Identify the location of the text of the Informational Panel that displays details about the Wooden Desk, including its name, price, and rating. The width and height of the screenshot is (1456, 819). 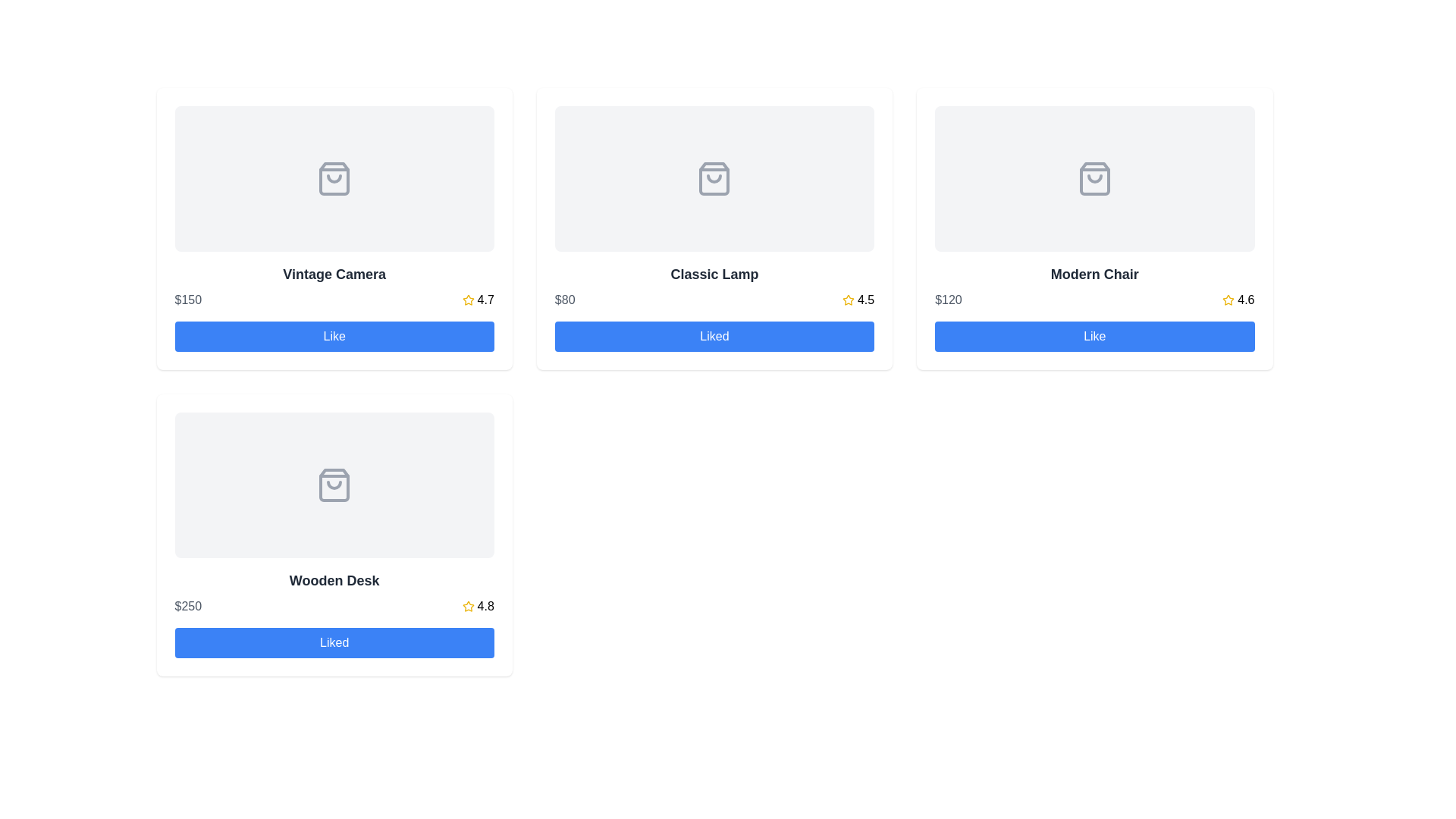
(334, 592).